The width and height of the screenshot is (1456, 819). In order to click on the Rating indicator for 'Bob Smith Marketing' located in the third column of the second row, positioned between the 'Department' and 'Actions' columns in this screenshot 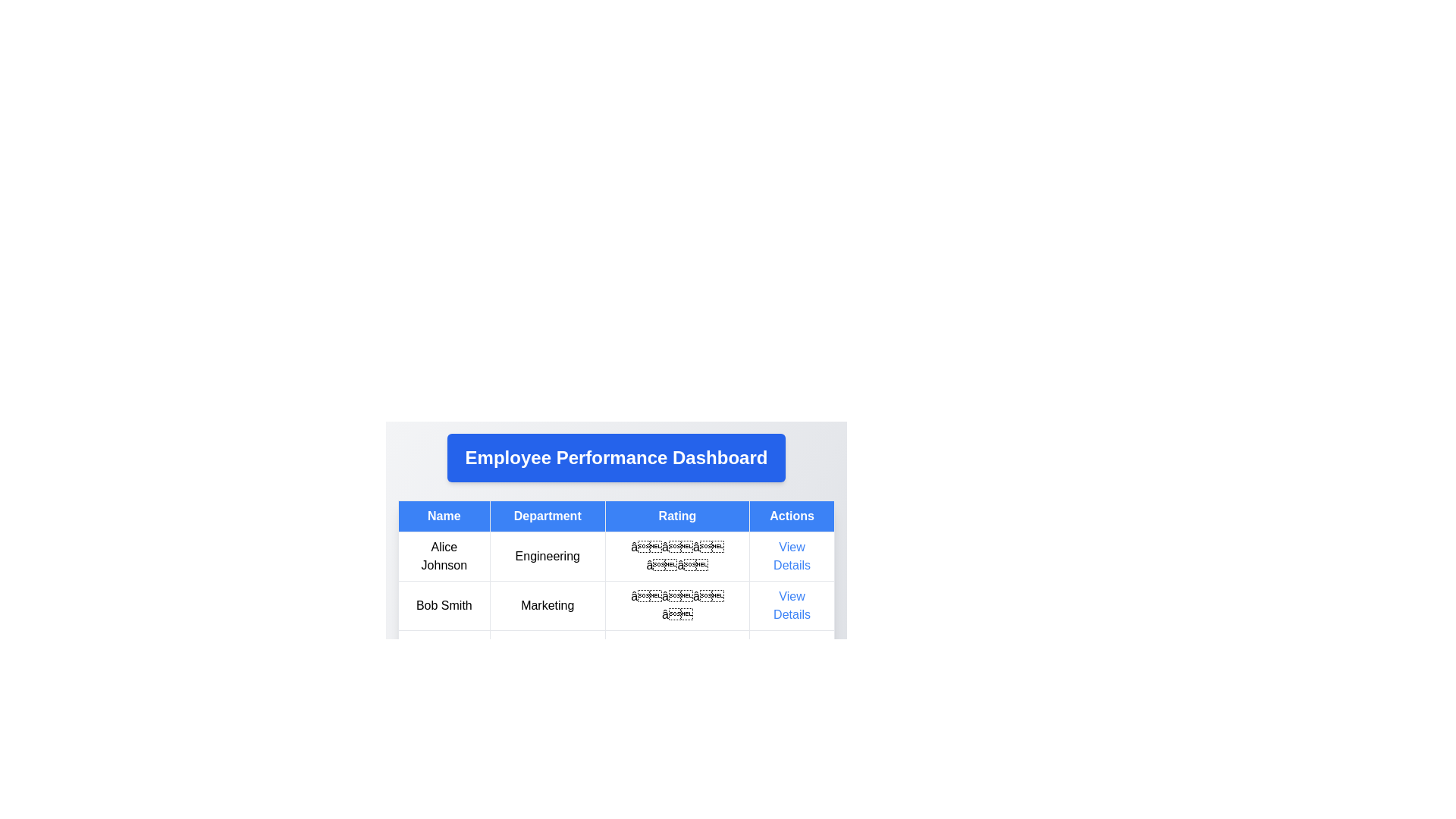, I will do `click(676, 604)`.